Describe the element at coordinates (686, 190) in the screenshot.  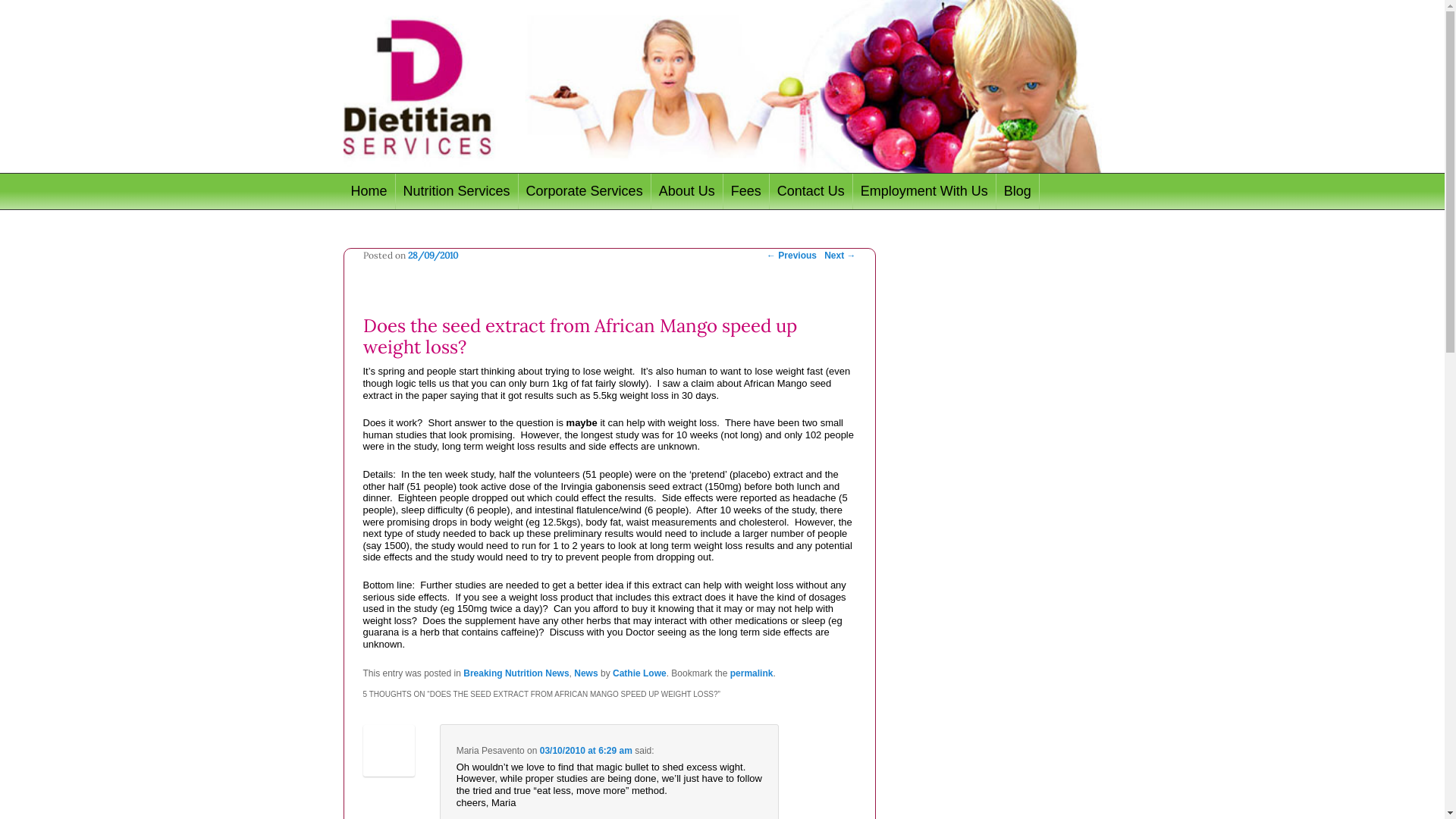
I see `'About Us'` at that location.